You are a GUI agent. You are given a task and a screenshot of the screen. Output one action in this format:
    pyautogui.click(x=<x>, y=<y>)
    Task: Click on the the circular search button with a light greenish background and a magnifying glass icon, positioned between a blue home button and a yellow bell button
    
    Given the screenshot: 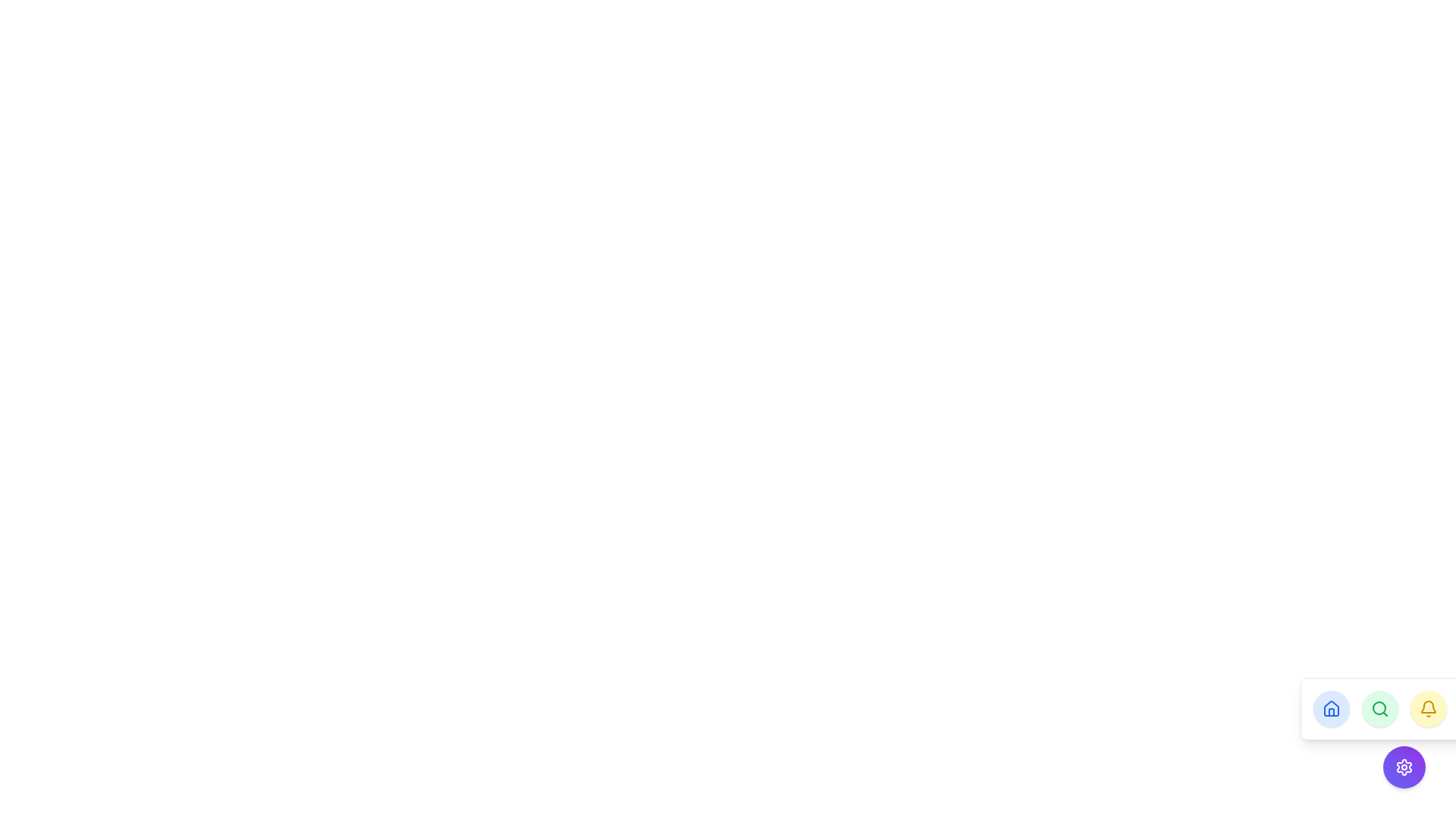 What is the action you would take?
    pyautogui.click(x=1379, y=708)
    